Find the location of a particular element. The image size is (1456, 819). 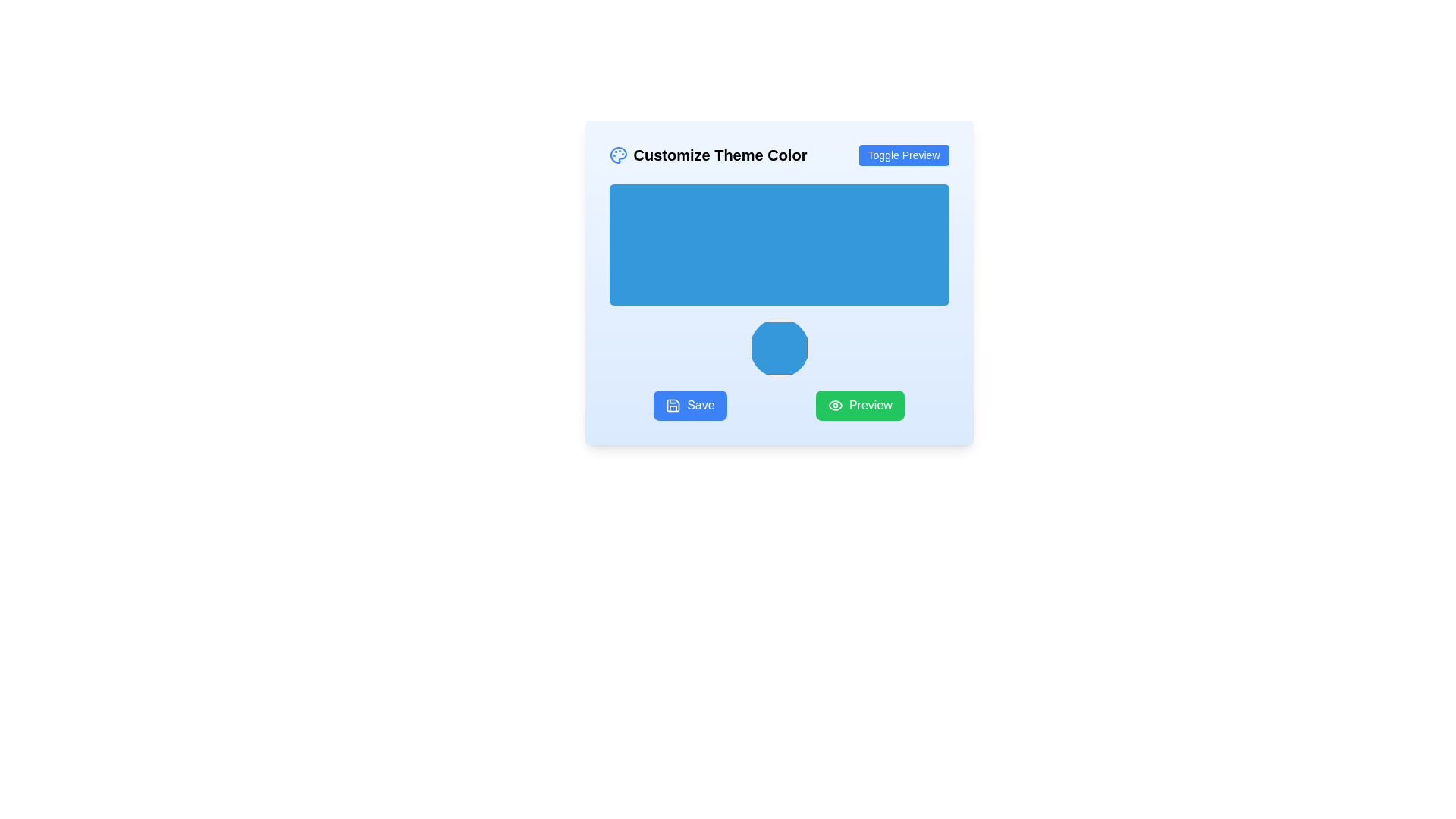

the interactive circular button with a blue color is located at coordinates (779, 348).